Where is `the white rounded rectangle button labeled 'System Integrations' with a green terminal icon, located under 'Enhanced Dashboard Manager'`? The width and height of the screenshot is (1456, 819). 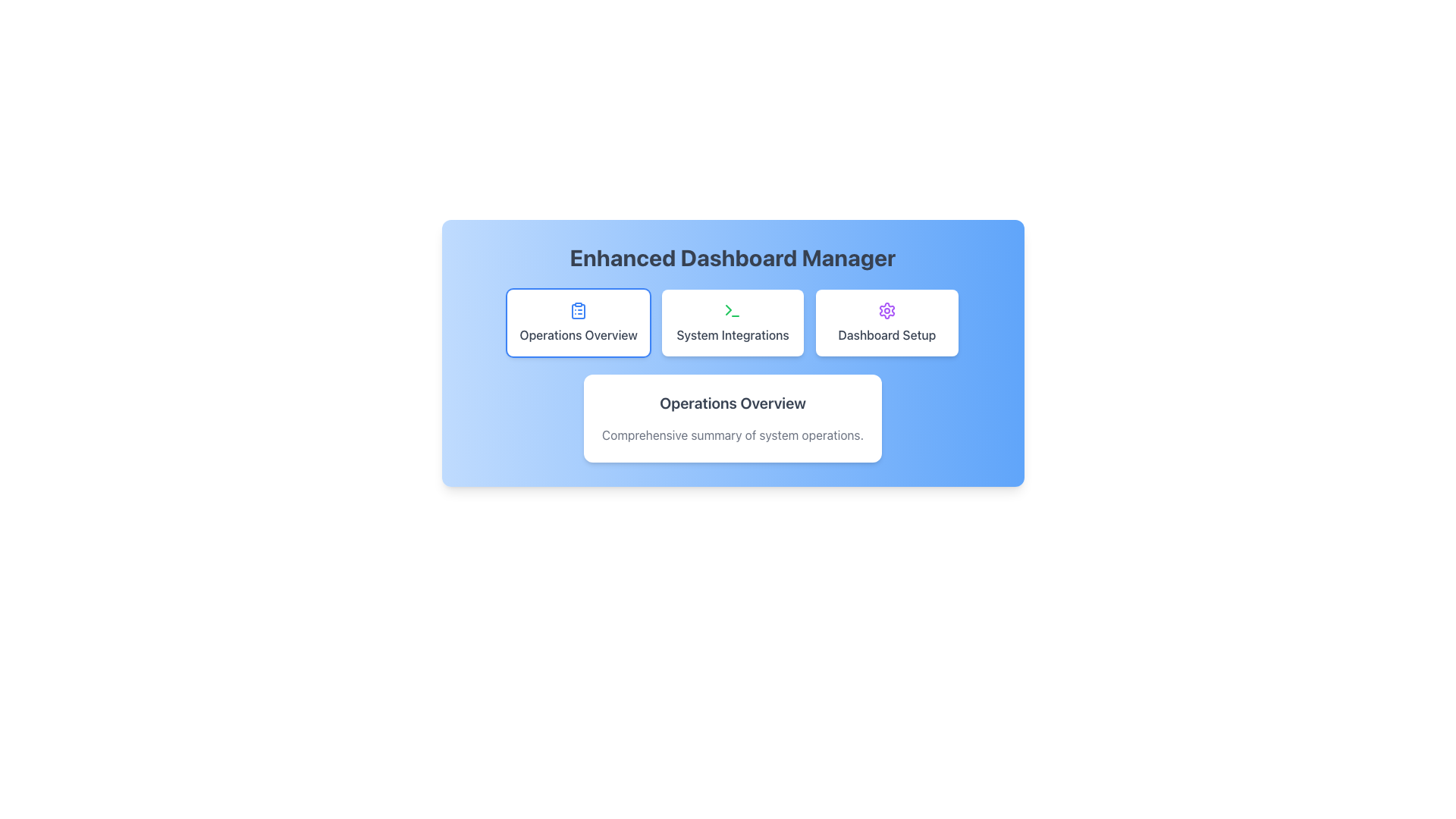 the white rounded rectangle button labeled 'System Integrations' with a green terminal icon, located under 'Enhanced Dashboard Manager' is located at coordinates (733, 322).